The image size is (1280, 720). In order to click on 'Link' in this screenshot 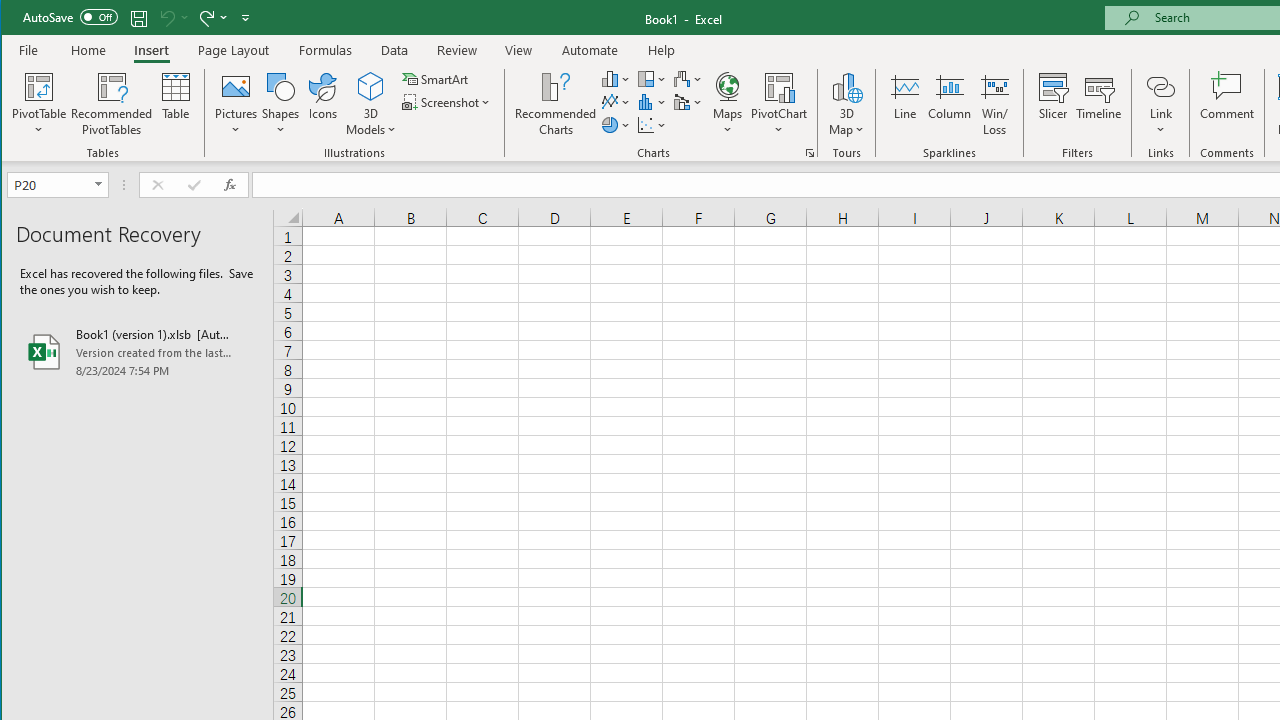, I will do `click(1160, 104)`.